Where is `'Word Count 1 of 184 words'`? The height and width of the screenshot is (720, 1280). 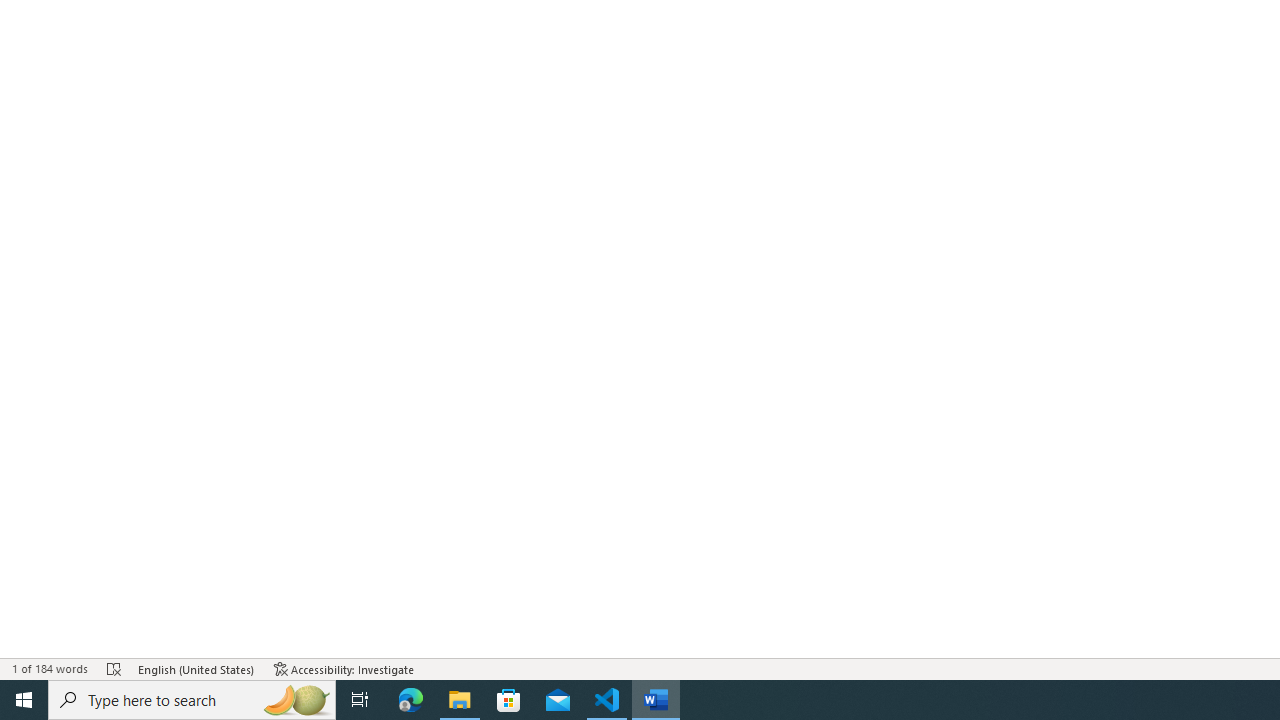 'Word Count 1 of 184 words' is located at coordinates (49, 669).